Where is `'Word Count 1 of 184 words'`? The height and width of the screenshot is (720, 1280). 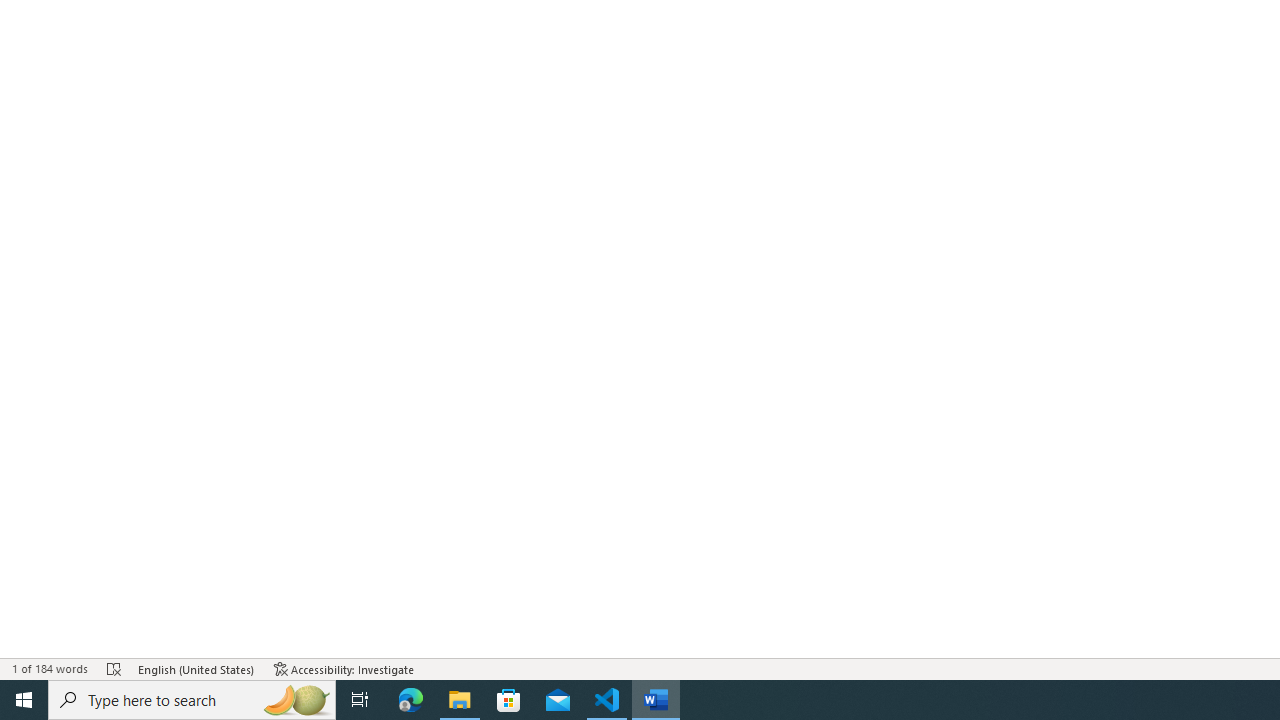 'Word Count 1 of 184 words' is located at coordinates (49, 669).